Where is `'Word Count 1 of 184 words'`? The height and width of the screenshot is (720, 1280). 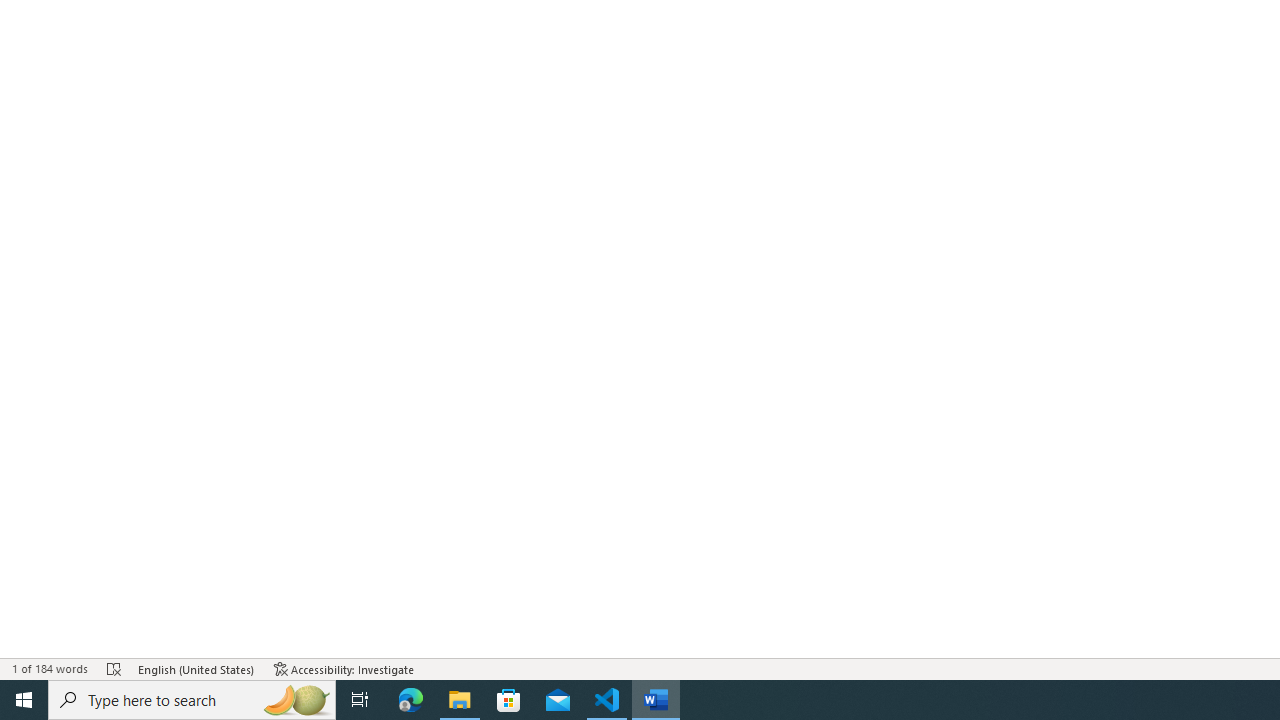 'Word Count 1 of 184 words' is located at coordinates (49, 669).